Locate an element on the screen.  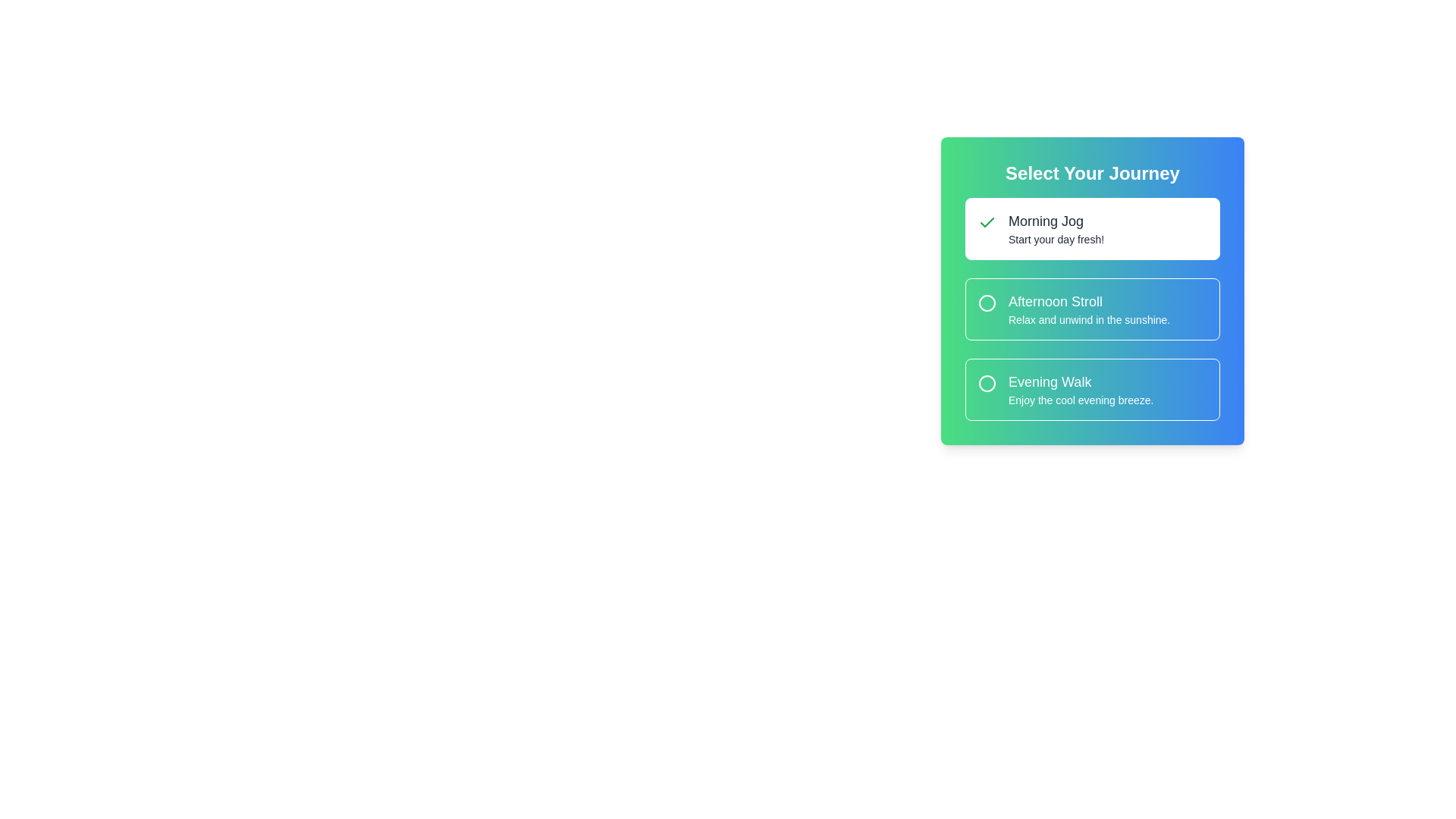
the 'Morning Jog' text block that displays the title and subtitle for the selection interface is located at coordinates (1055, 228).